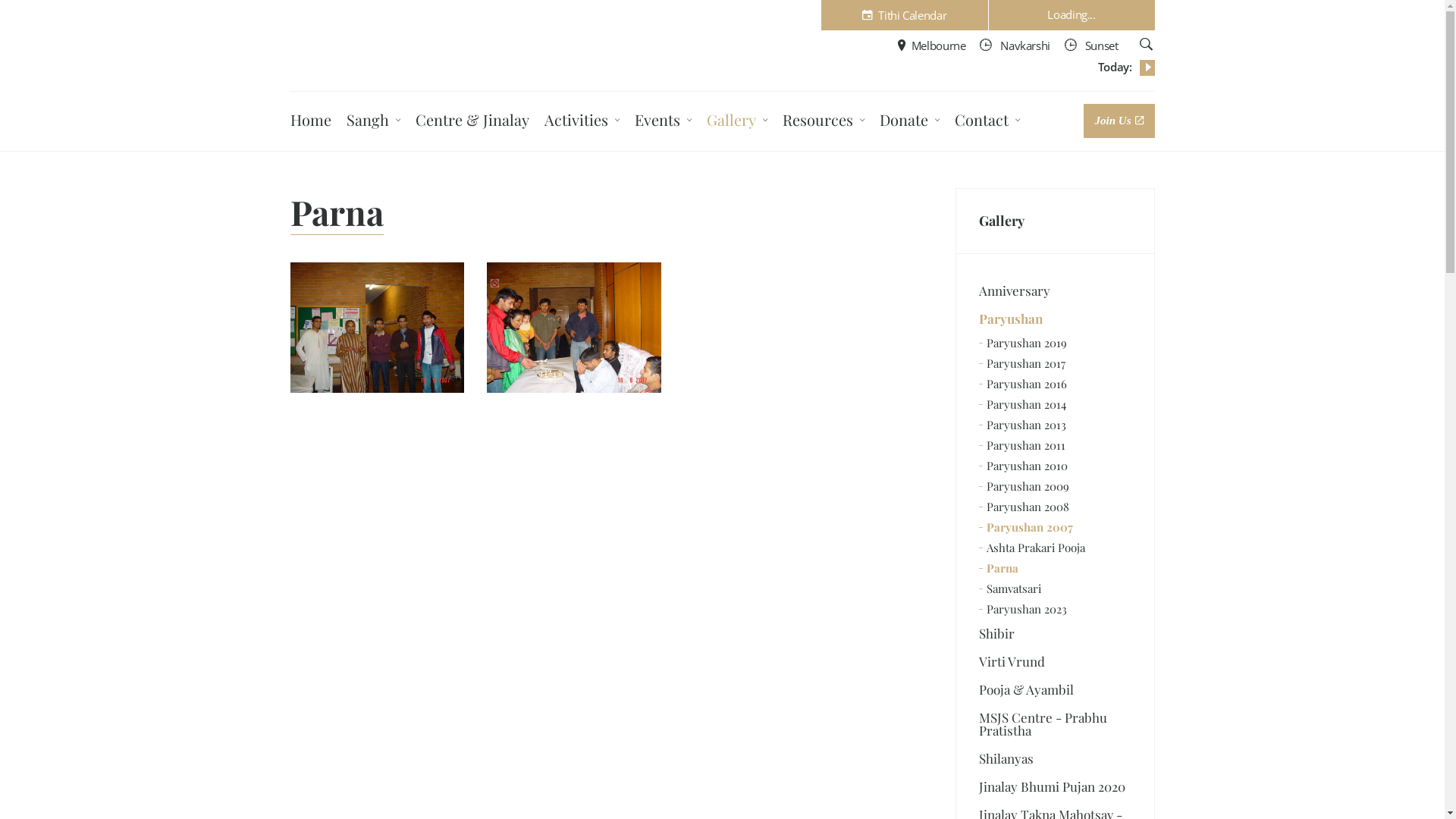 The height and width of the screenshot is (819, 1456). Describe the element at coordinates (1054, 689) in the screenshot. I see `'Pooja & Ayambil'` at that location.